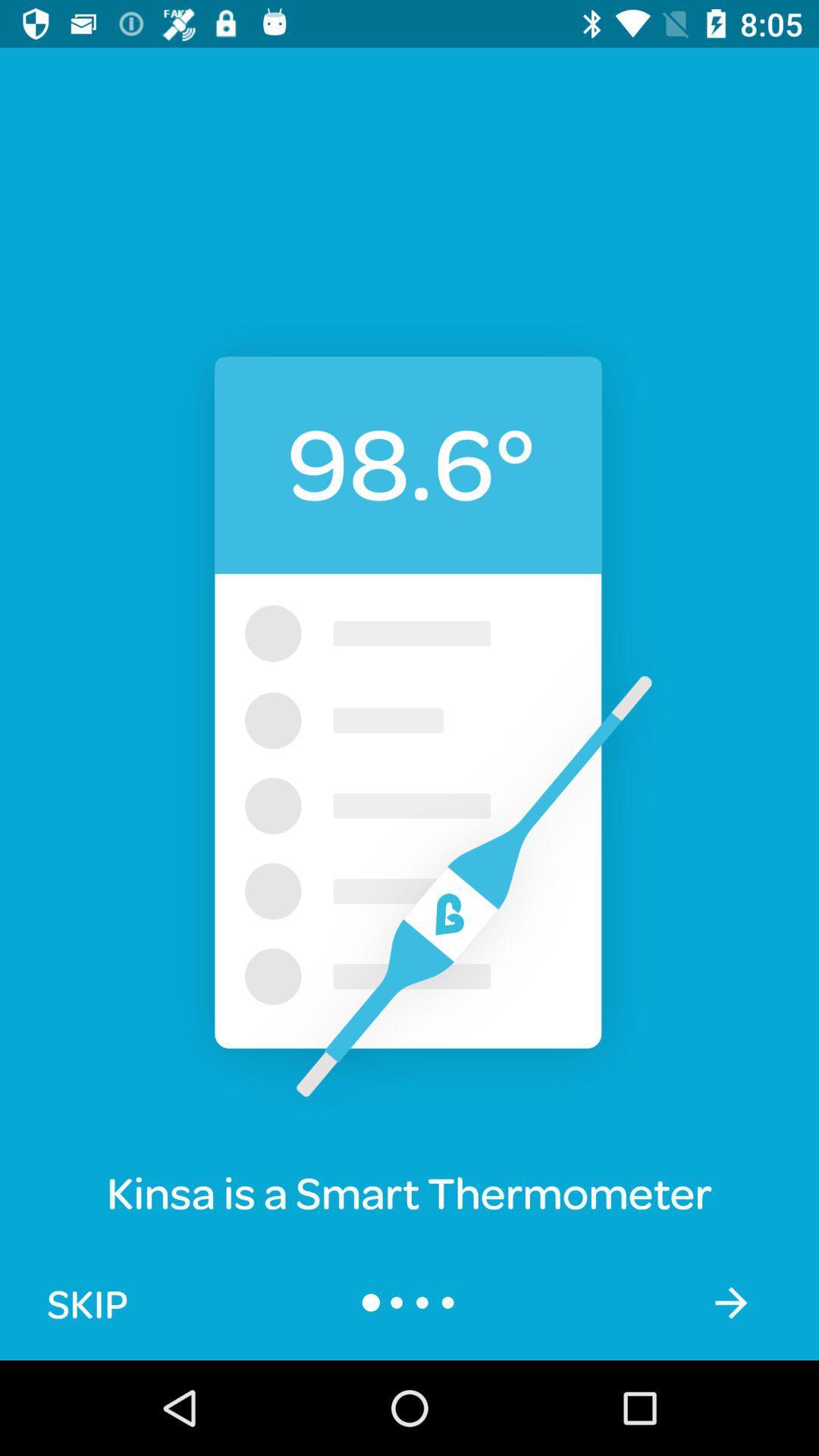  I want to click on the arrow_forward icon, so click(730, 1301).